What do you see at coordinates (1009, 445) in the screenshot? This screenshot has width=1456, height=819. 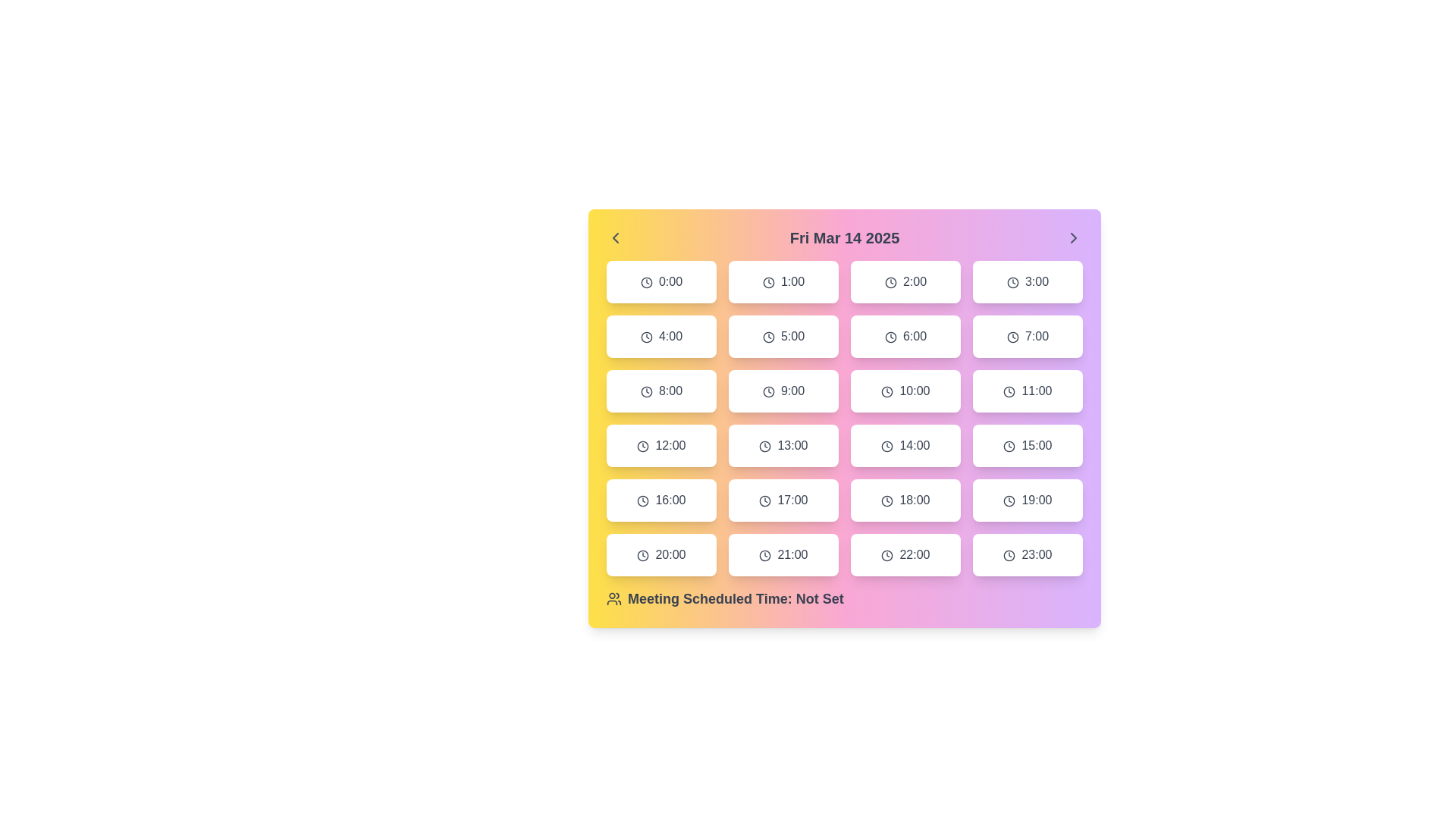 I see `the clock icon, which is a circular outline with a clock hand, located to the left of the '15:00' text in the schedule interface` at bounding box center [1009, 445].